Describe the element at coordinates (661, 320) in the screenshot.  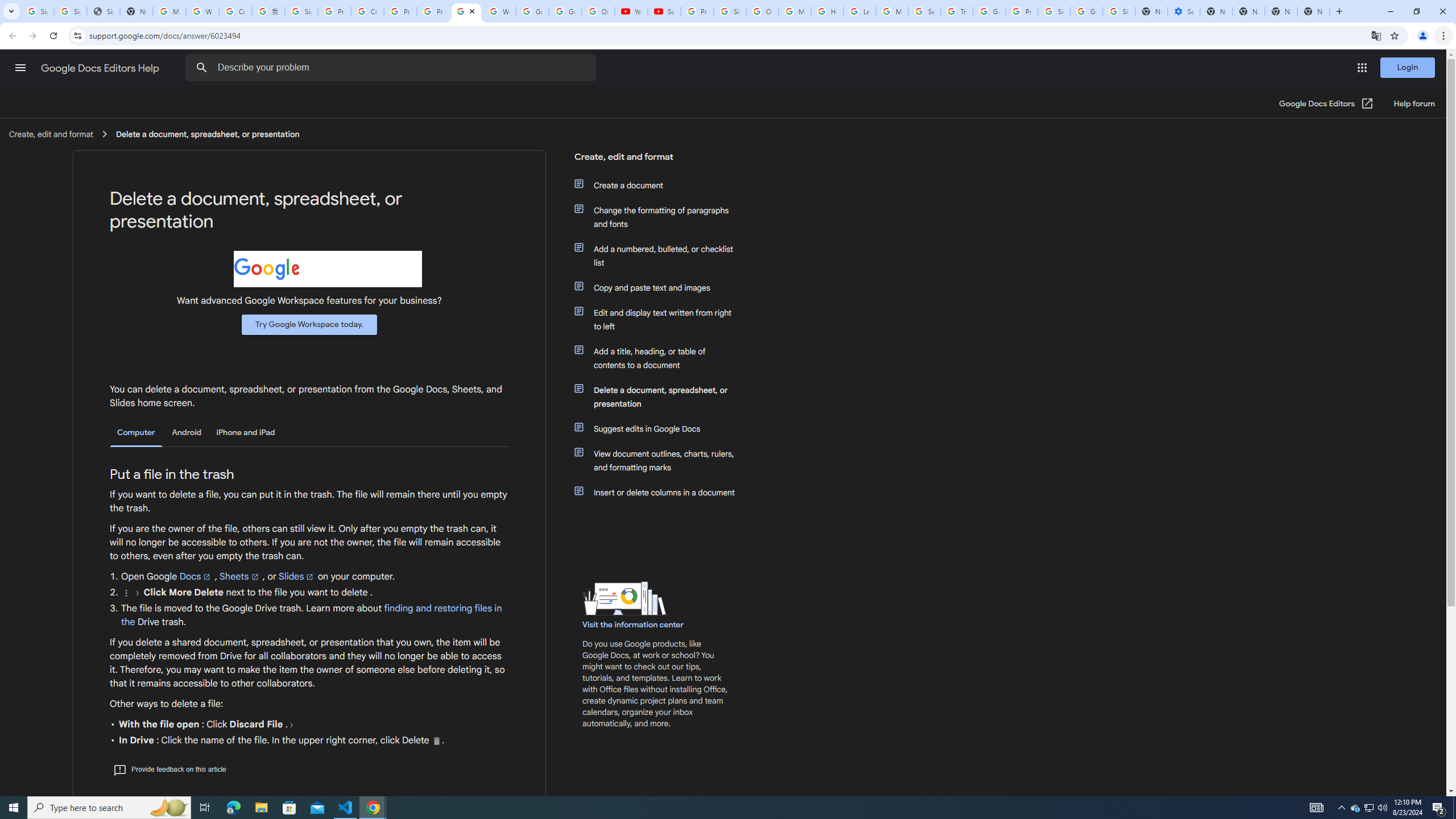
I see `'Edit and display text written from right to left'` at that location.